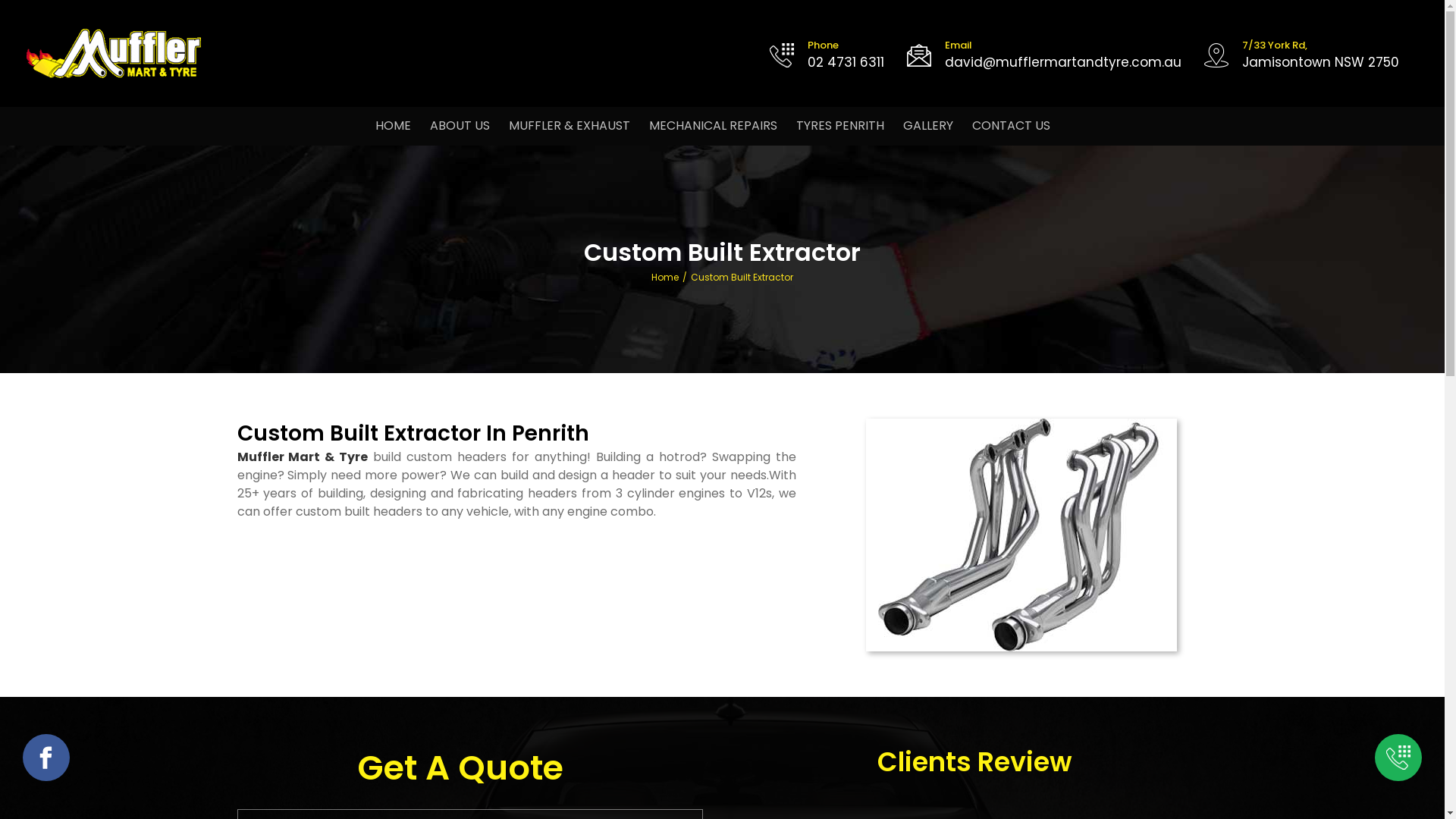 The image size is (1456, 819). What do you see at coordinates (1021, 534) in the screenshot?
I see `'extractor'` at bounding box center [1021, 534].